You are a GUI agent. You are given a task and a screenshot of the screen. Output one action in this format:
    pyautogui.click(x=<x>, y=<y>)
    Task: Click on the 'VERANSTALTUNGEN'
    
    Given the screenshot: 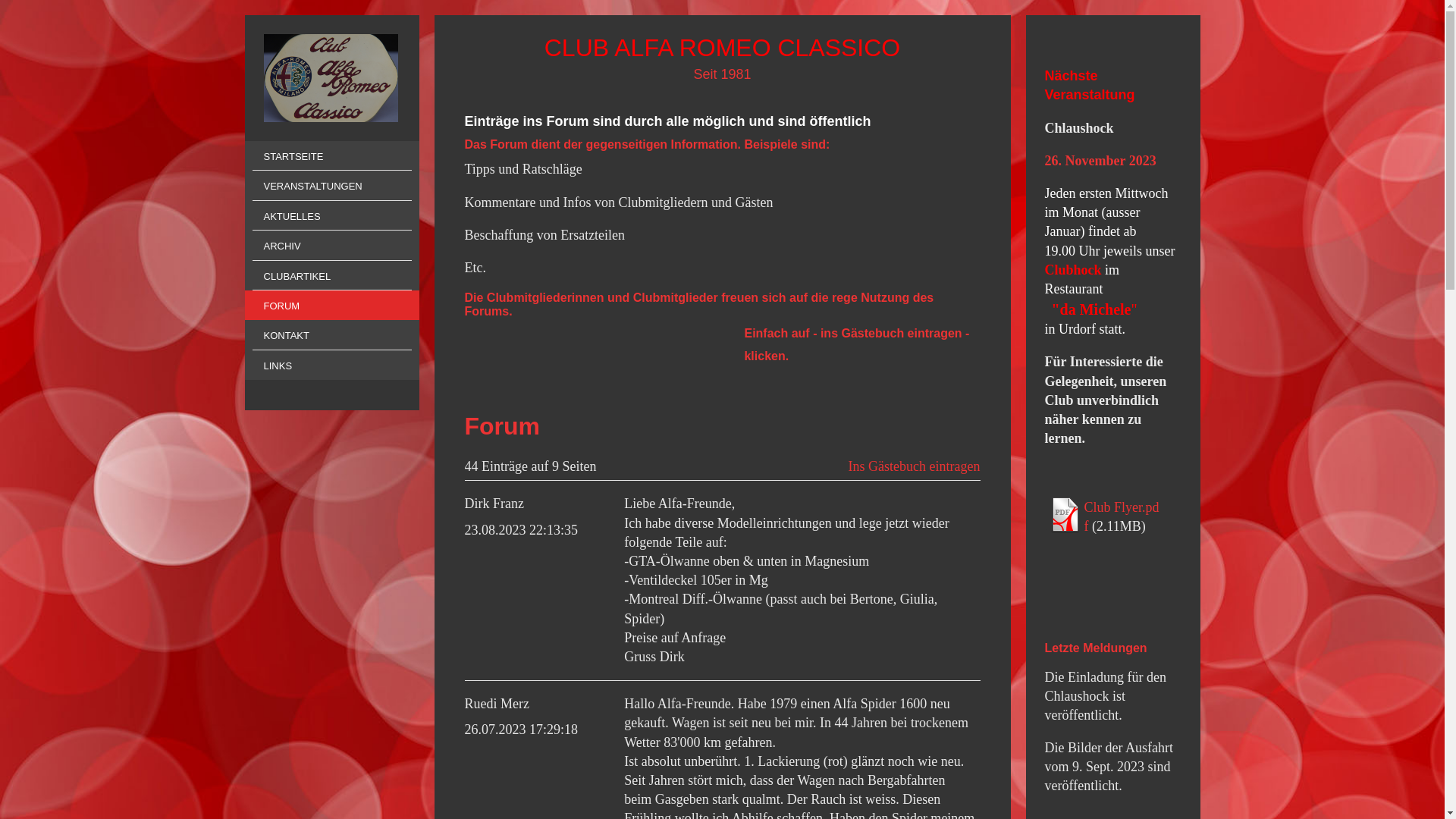 What is the action you would take?
    pyautogui.click(x=330, y=184)
    